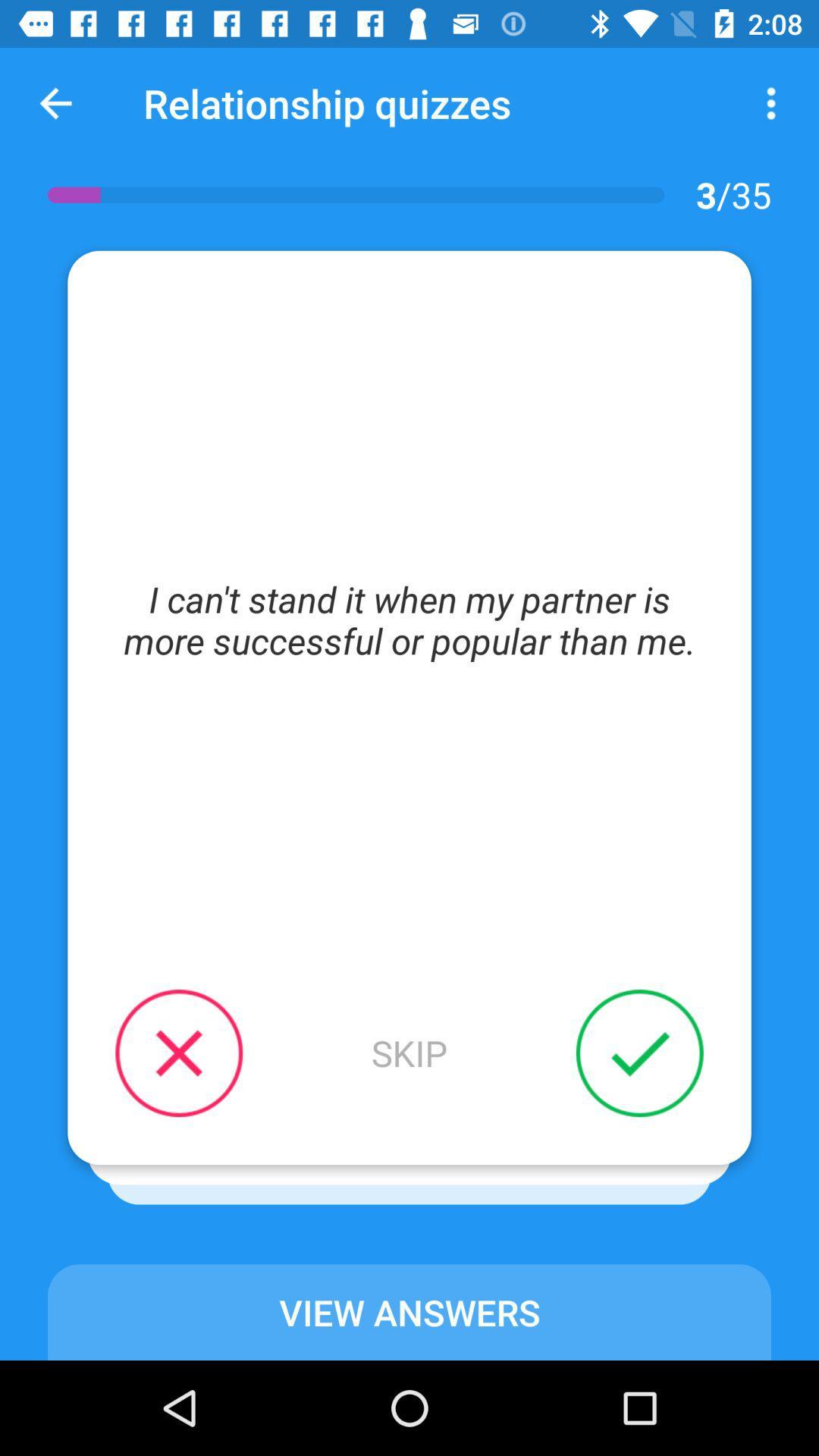 Image resolution: width=819 pixels, height=1456 pixels. What do you see at coordinates (178, 1052) in the screenshot?
I see `the close icon` at bounding box center [178, 1052].